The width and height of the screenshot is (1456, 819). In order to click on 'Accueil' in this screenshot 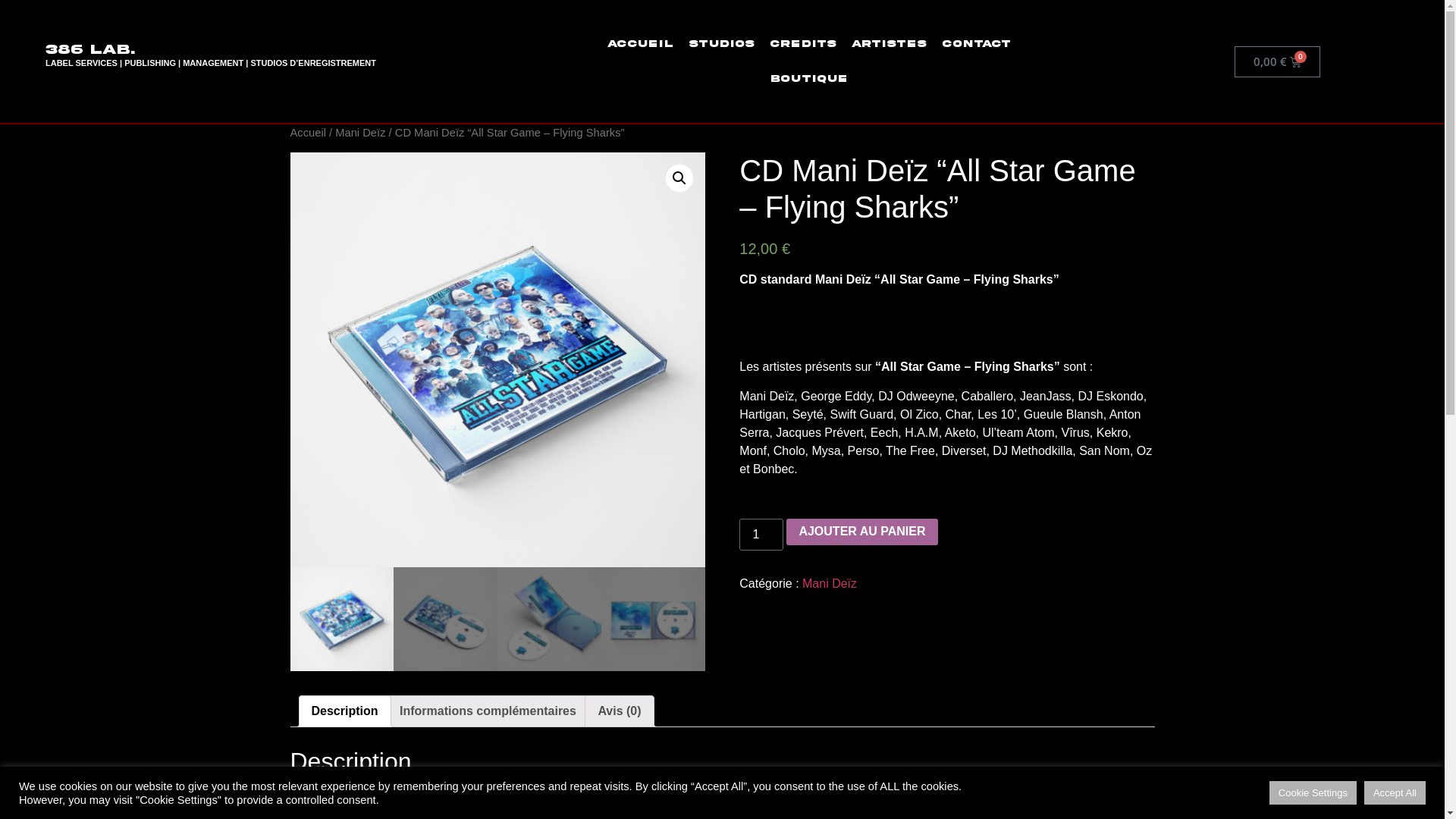, I will do `click(306, 131)`.